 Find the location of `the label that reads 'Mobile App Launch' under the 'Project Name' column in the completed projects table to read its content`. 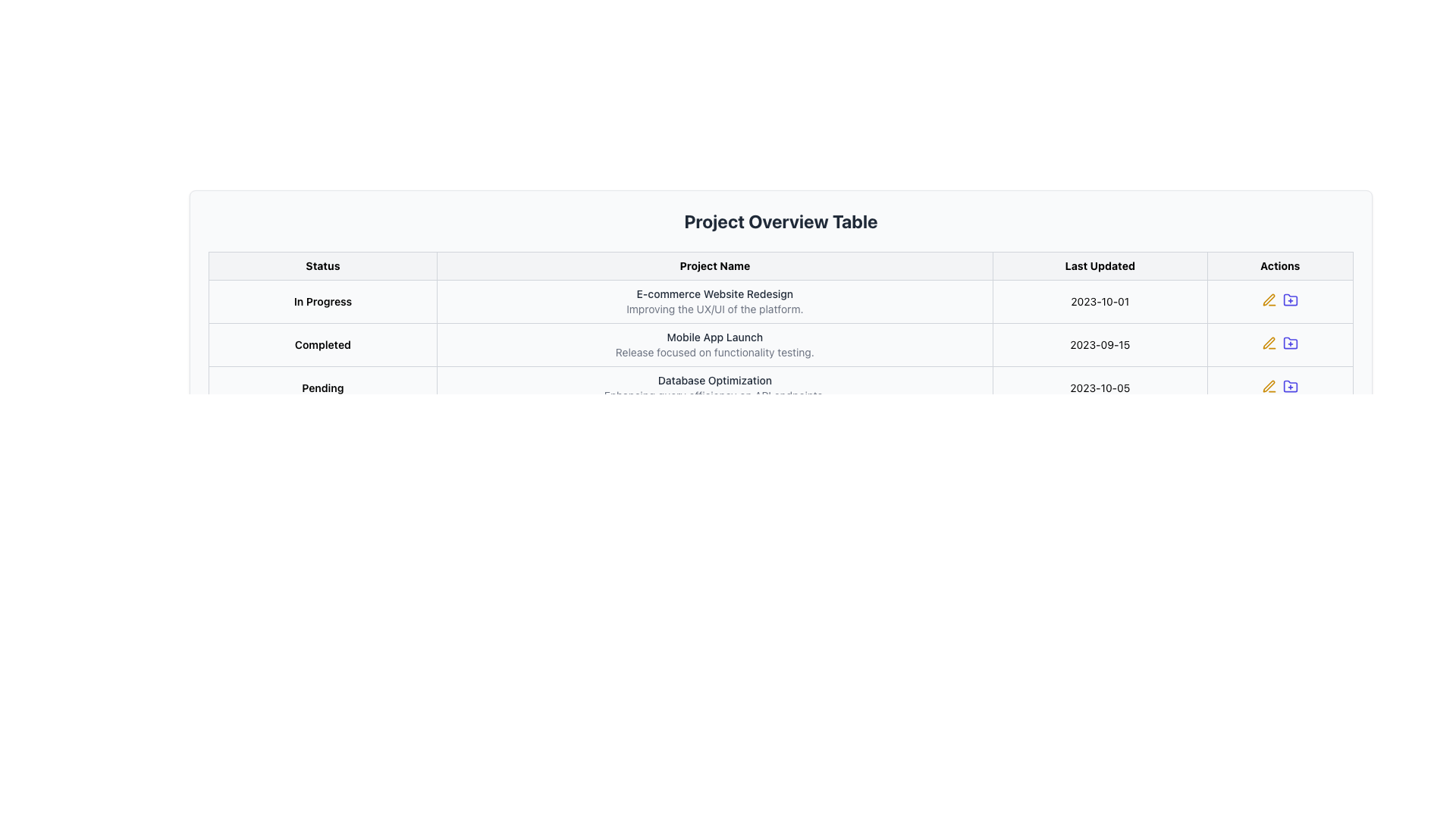

the label that reads 'Mobile App Launch' under the 'Project Name' column in the completed projects table to read its content is located at coordinates (714, 336).